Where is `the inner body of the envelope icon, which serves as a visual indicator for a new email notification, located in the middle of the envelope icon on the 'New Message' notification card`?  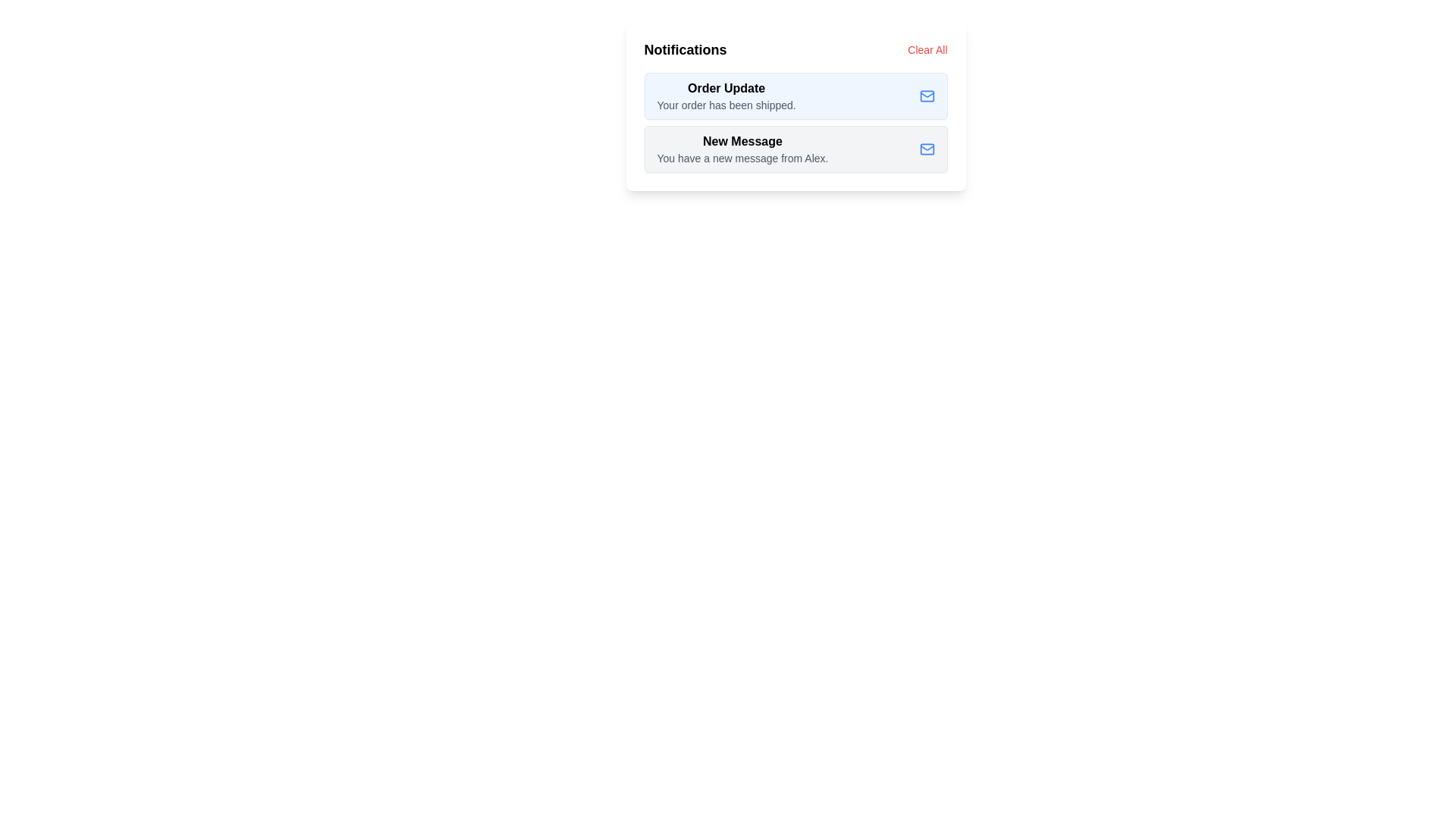
the inner body of the envelope icon, which serves as a visual indicator for a new email notification, located in the middle of the envelope icon on the 'New Message' notification card is located at coordinates (926, 149).